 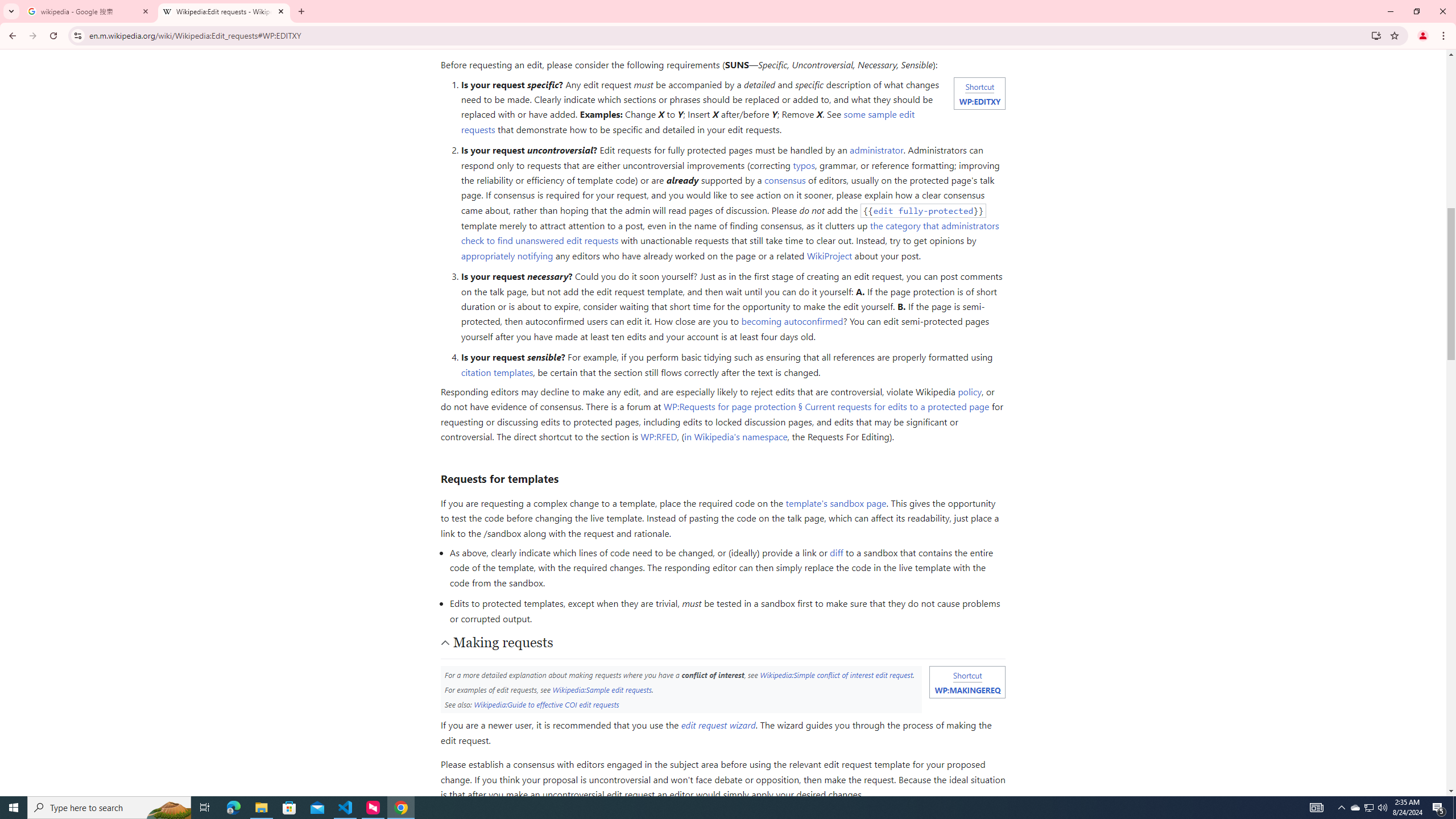 What do you see at coordinates (967, 675) in the screenshot?
I see `'Shortcut'` at bounding box center [967, 675].